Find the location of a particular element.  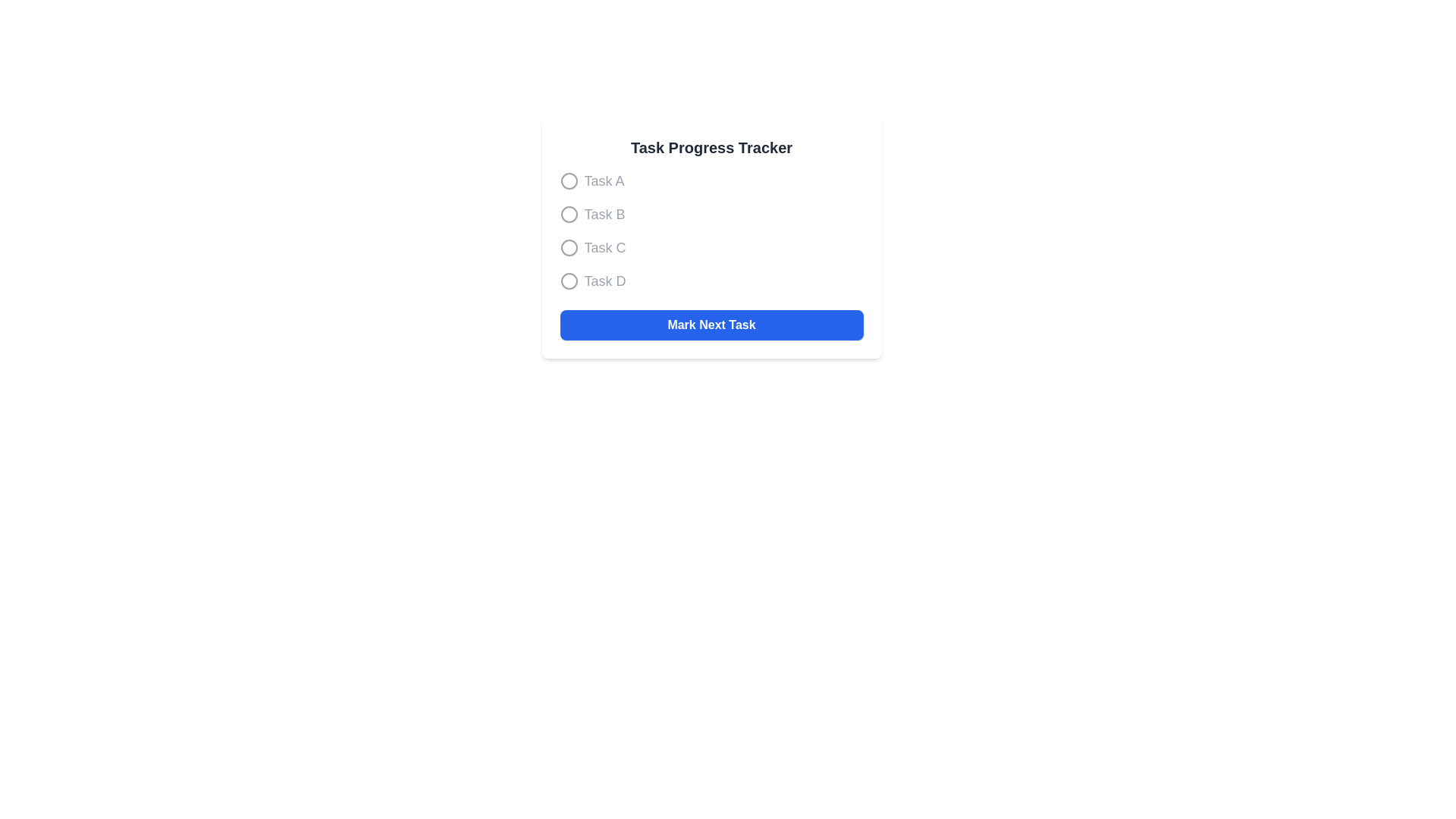

the group of labeled items or checklist elements located centrally below the 'Task Progress Tracker' title and above the 'Mark Next Task' button is located at coordinates (711, 231).